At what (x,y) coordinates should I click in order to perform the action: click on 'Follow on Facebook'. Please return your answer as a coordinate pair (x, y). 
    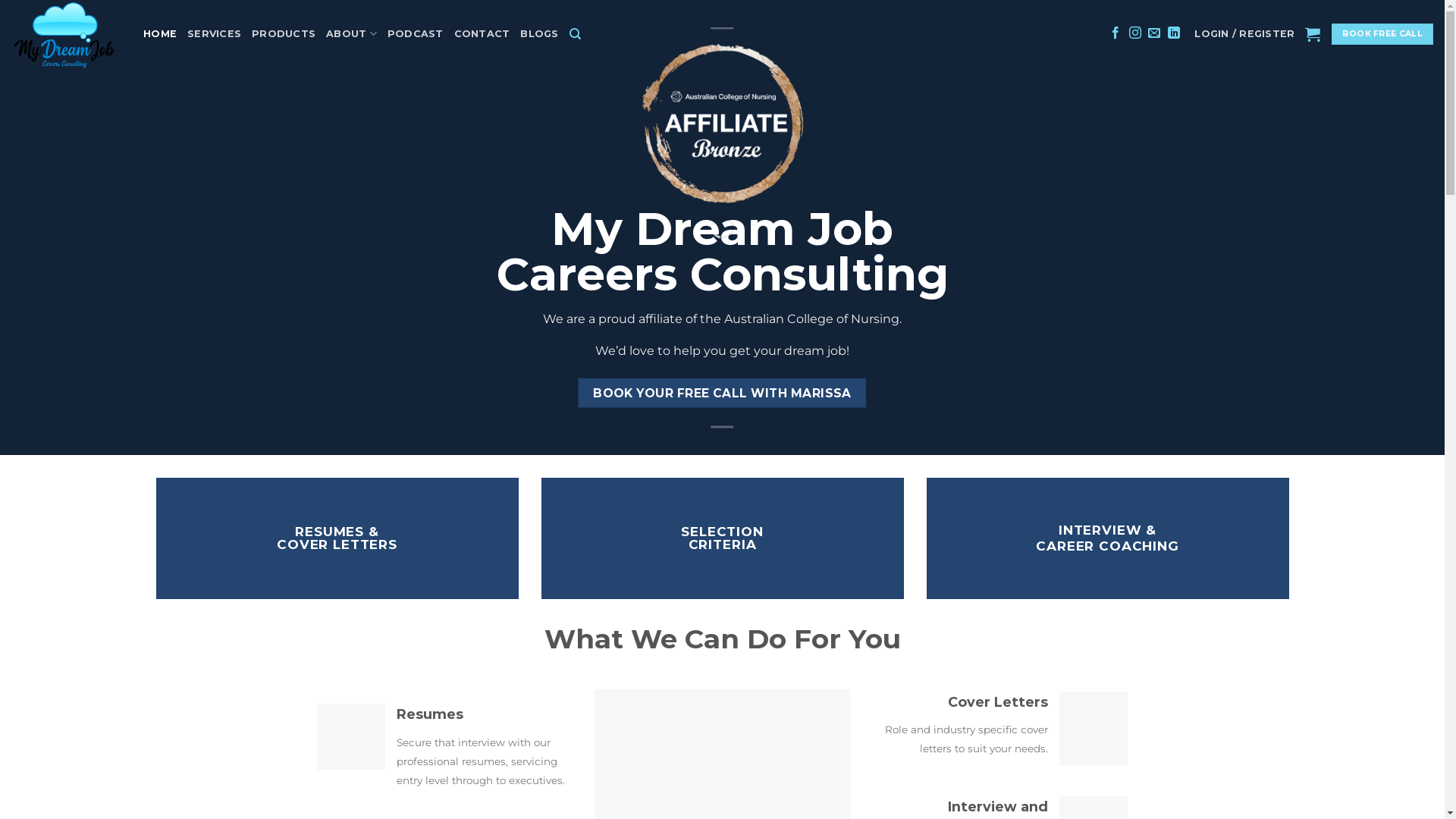
    Looking at the image, I should click on (1109, 33).